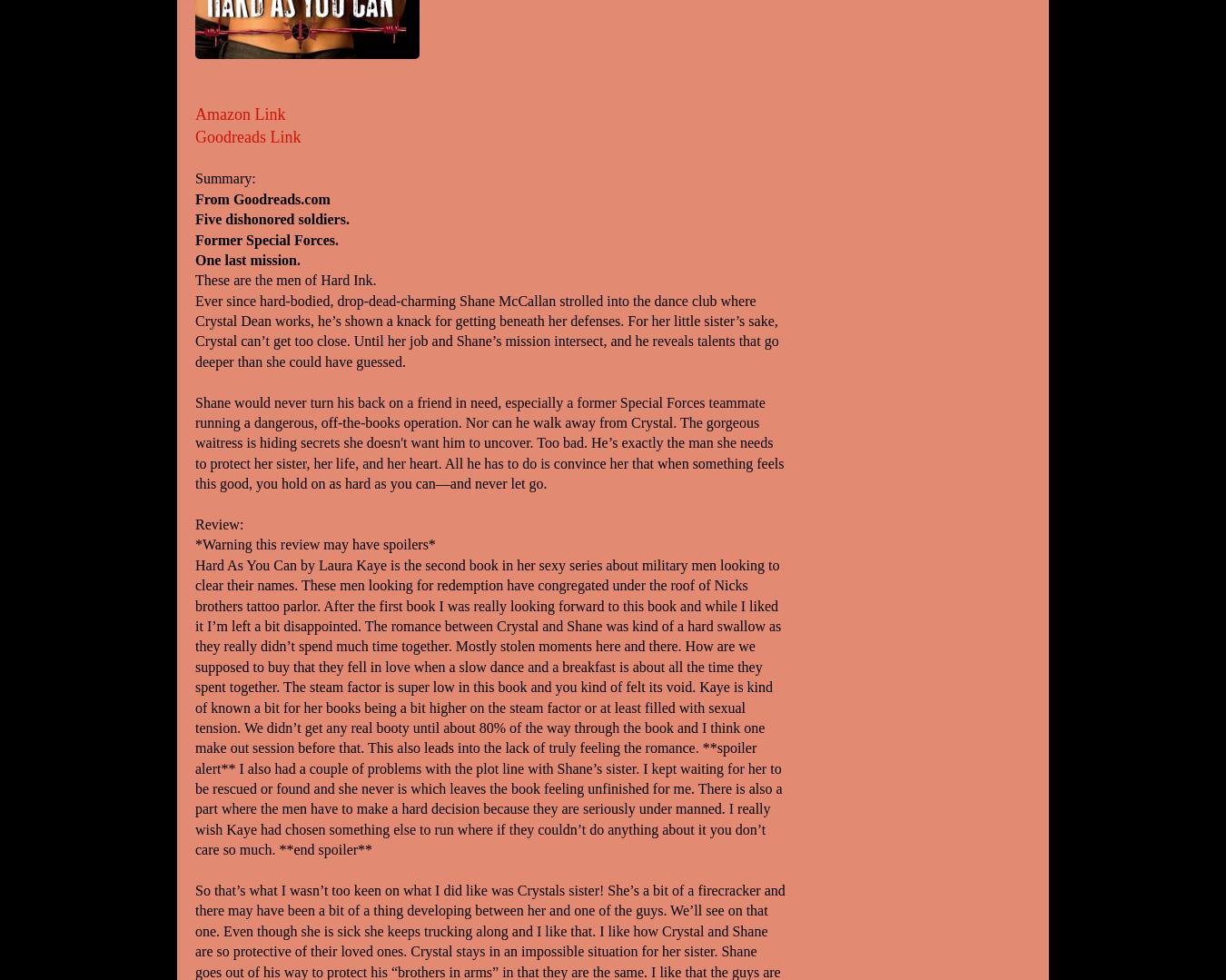 The width and height of the screenshot is (1226, 980). I want to click on 'Review:', so click(218, 523).